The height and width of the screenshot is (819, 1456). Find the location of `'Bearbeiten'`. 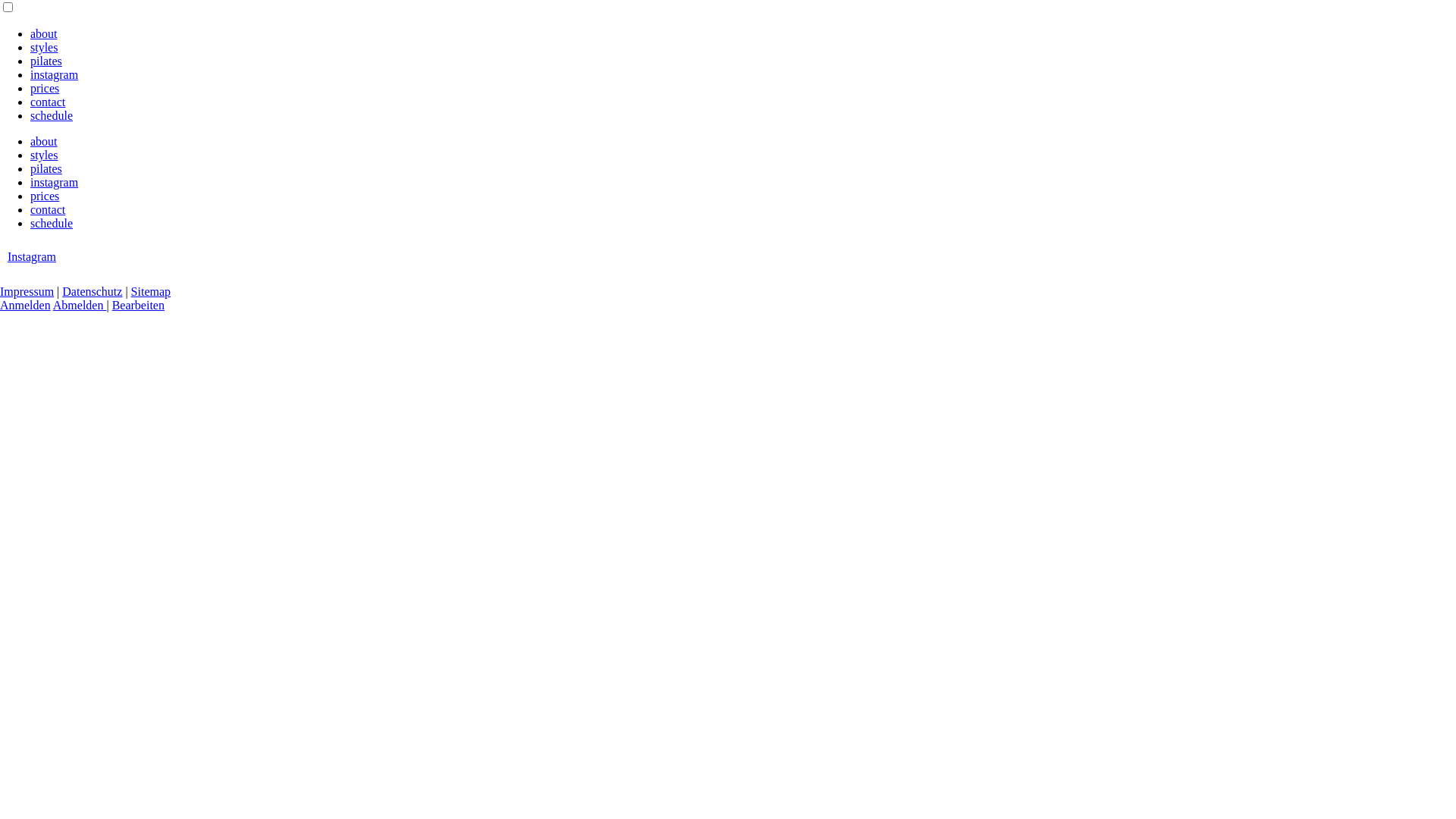

'Bearbeiten' is located at coordinates (138, 305).